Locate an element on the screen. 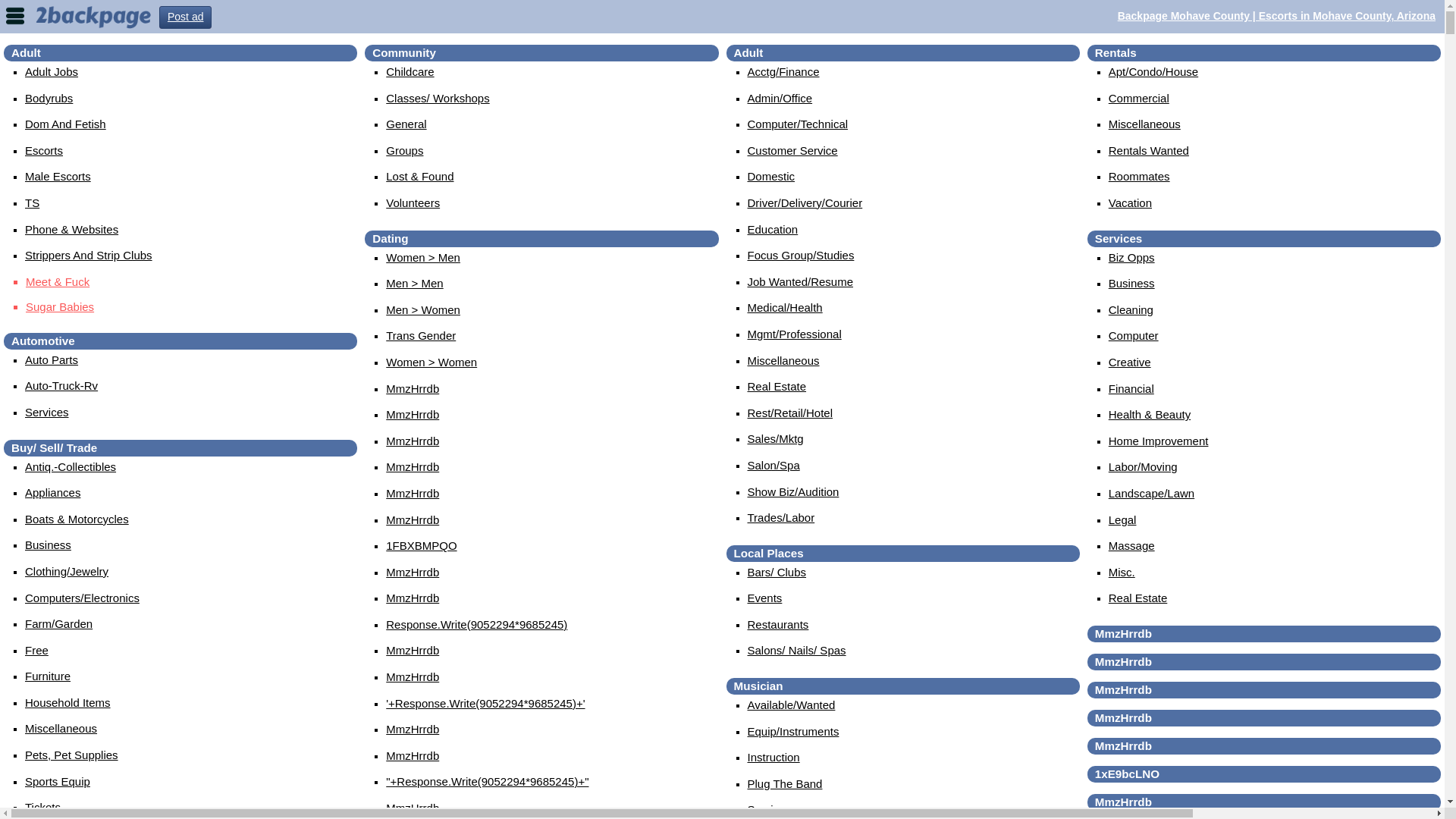 The image size is (1456, 819). 'Groups' is located at coordinates (404, 150).